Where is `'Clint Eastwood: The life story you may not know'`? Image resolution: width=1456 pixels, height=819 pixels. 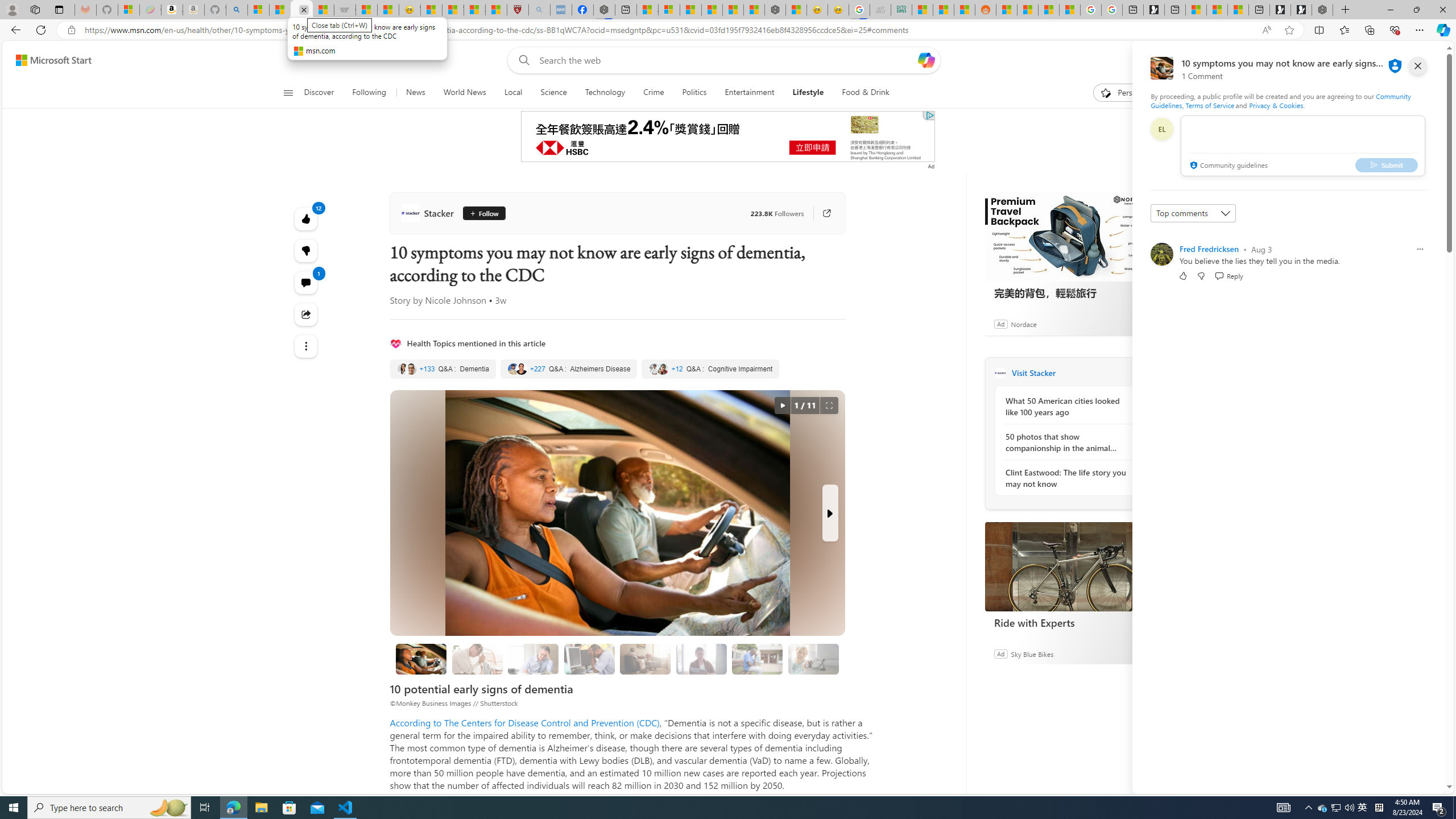 'Clint Eastwood: The life story you may not know' is located at coordinates (1066, 477).